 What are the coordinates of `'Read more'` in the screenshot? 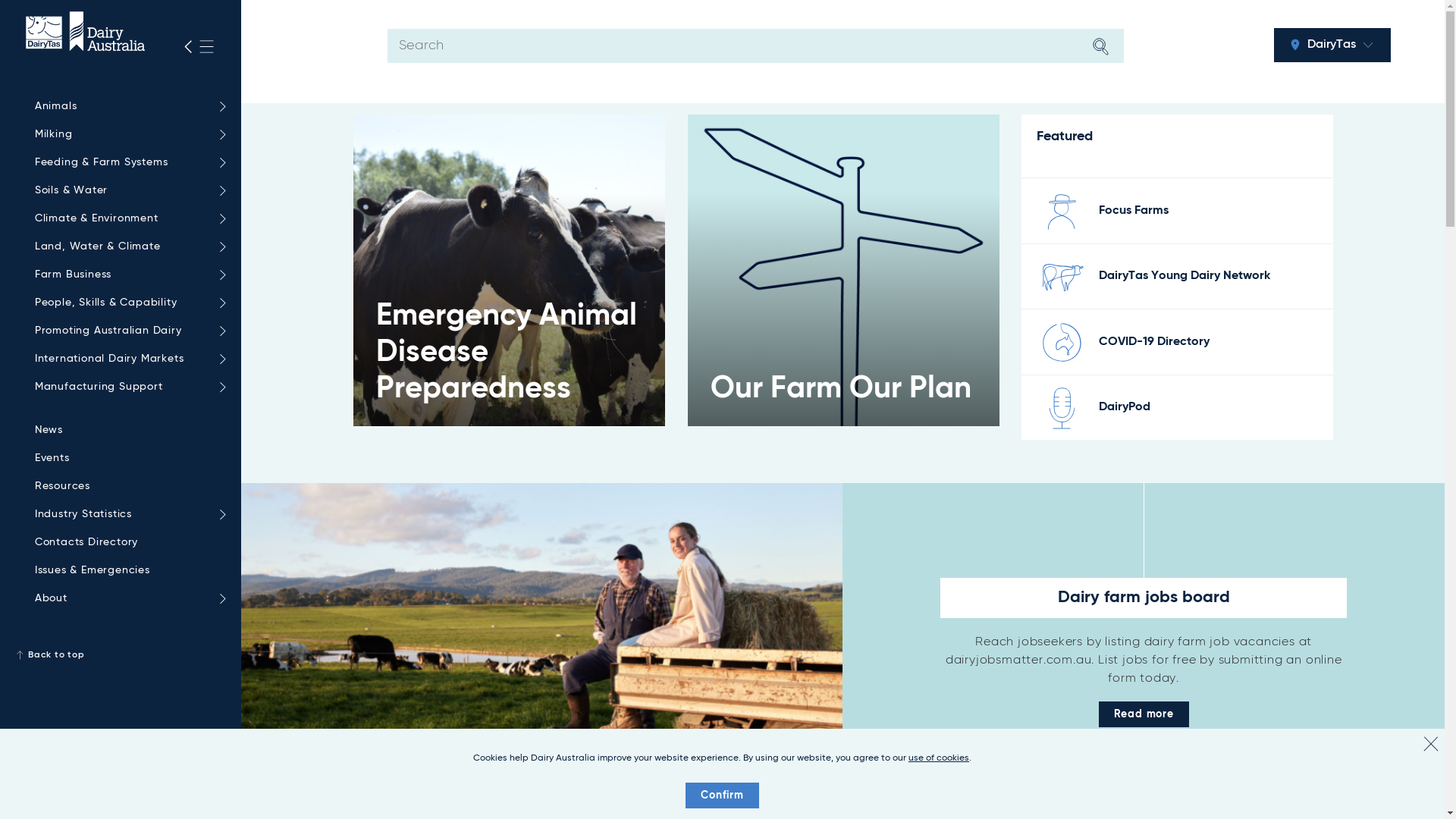 It's located at (1099, 714).